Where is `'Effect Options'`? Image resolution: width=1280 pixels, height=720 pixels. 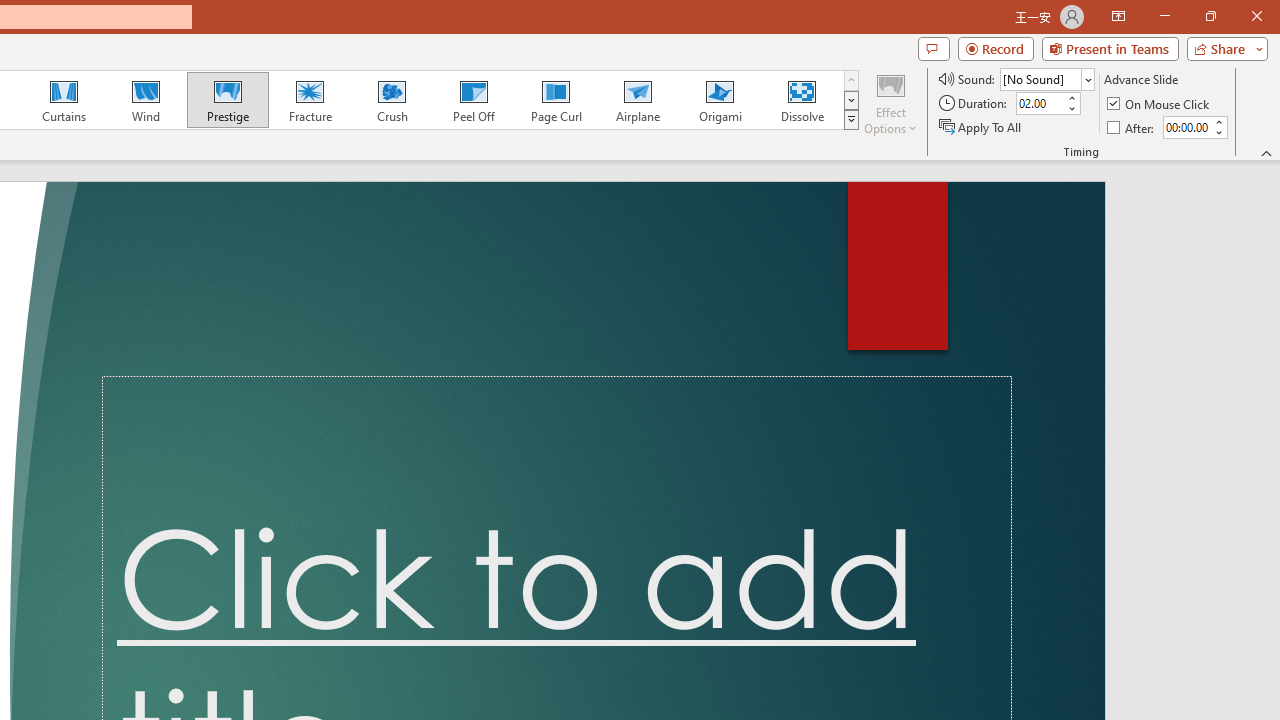 'Effect Options' is located at coordinates (889, 103).